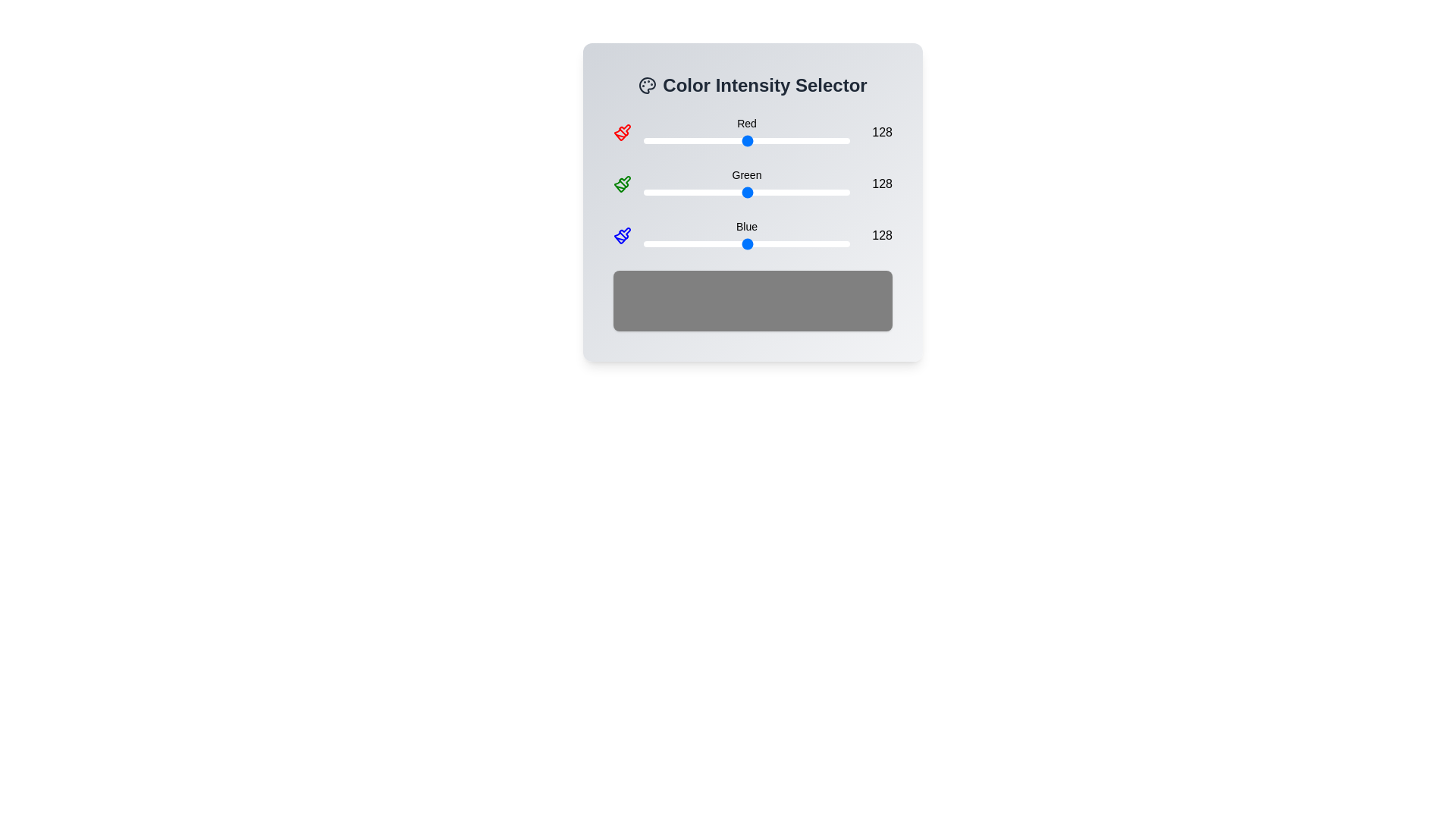 The width and height of the screenshot is (1456, 819). What do you see at coordinates (877, 184) in the screenshot?
I see `the numeric label displaying the value '128', which is right-justified and styled in bold black text, indicating the current green color intensity value in a UI section with green elements` at bounding box center [877, 184].